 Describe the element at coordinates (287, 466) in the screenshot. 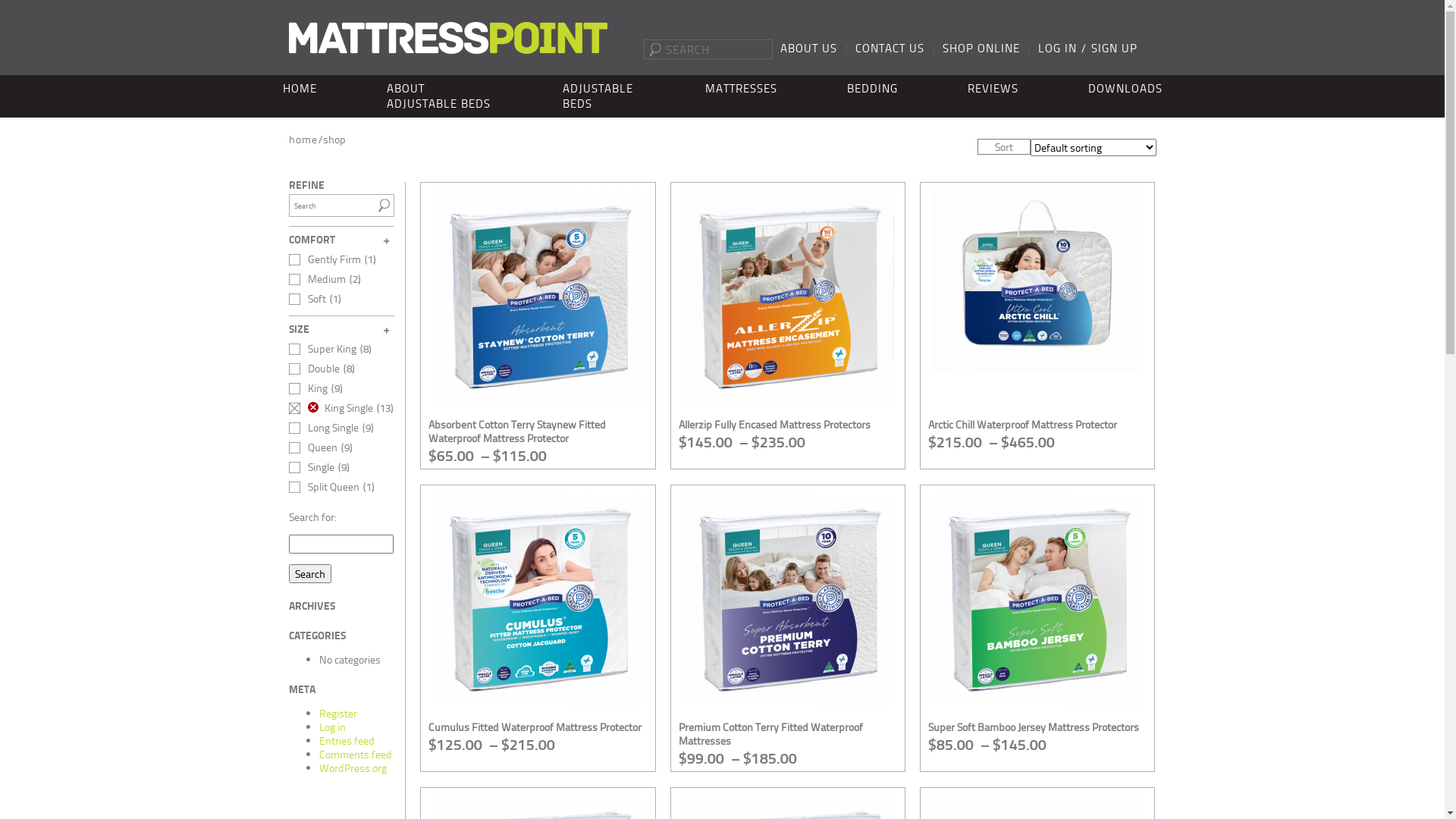

I see `'Single'` at that location.